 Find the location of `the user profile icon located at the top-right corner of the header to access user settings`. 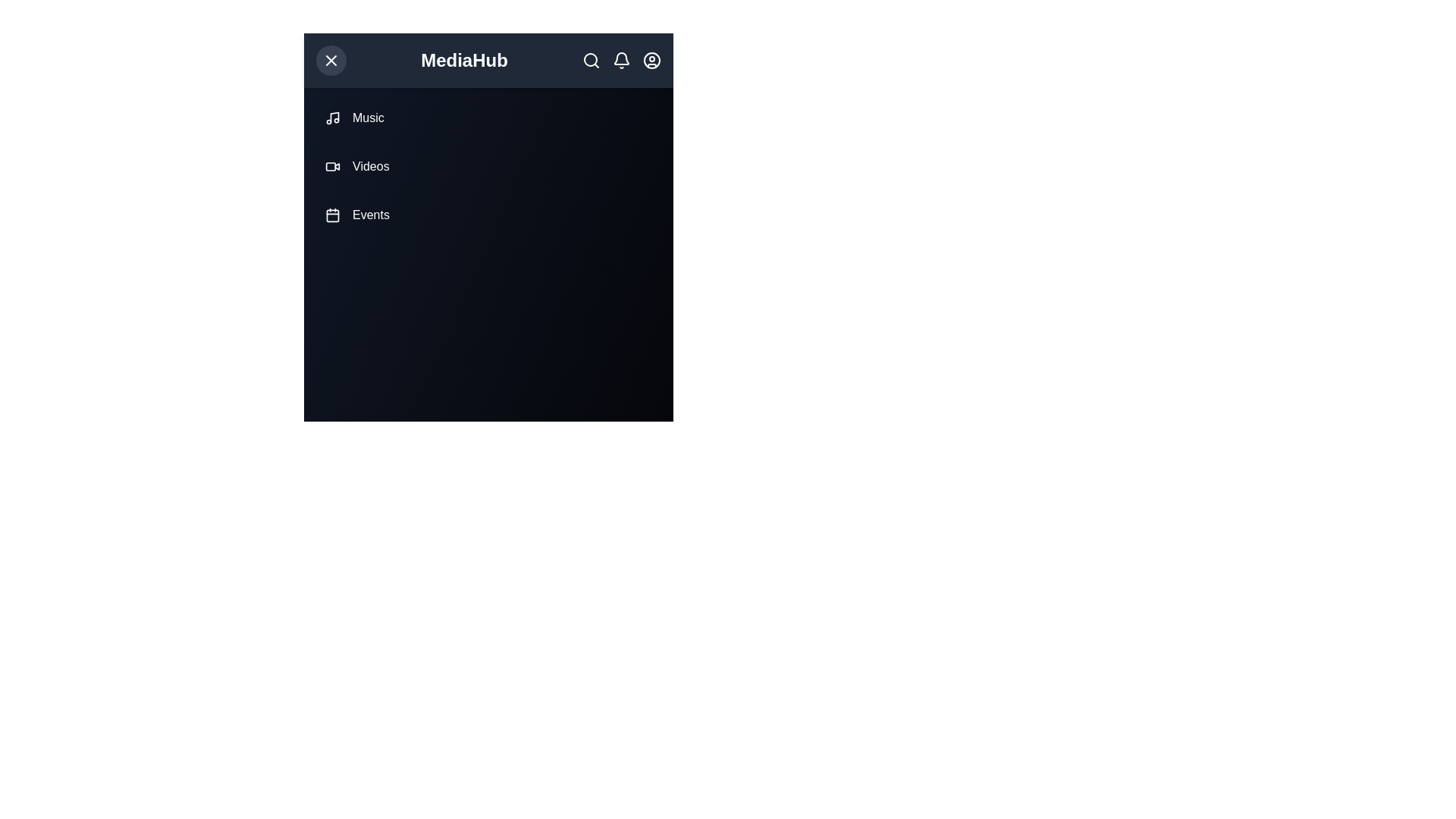

the user profile icon located at the top-right corner of the header to access user settings is located at coordinates (651, 60).